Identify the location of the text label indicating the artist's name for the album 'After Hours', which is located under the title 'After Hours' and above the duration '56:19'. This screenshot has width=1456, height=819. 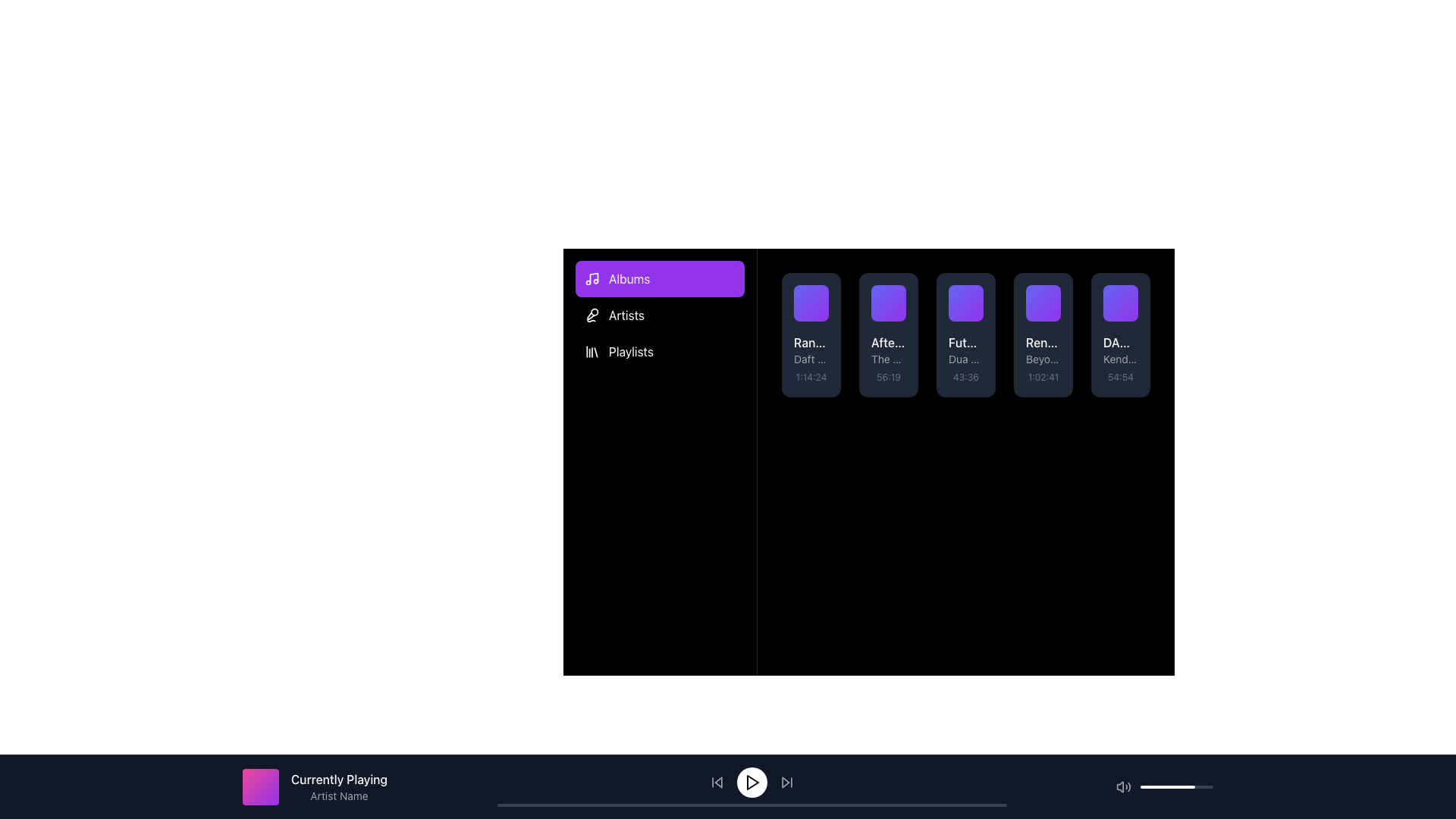
(888, 359).